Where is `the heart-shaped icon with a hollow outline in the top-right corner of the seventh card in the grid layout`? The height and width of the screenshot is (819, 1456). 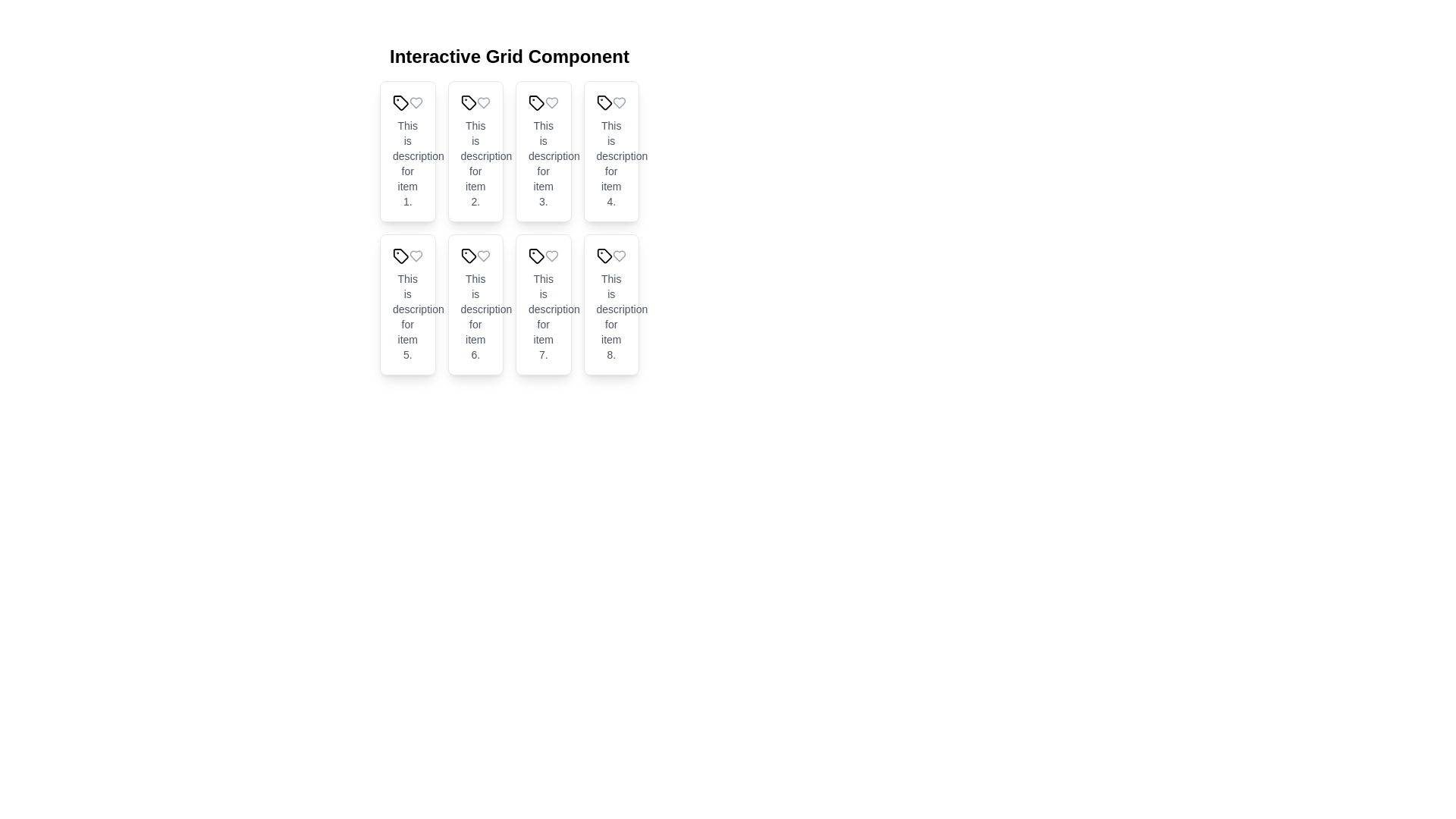 the heart-shaped icon with a hollow outline in the top-right corner of the seventh card in the grid layout is located at coordinates (551, 256).